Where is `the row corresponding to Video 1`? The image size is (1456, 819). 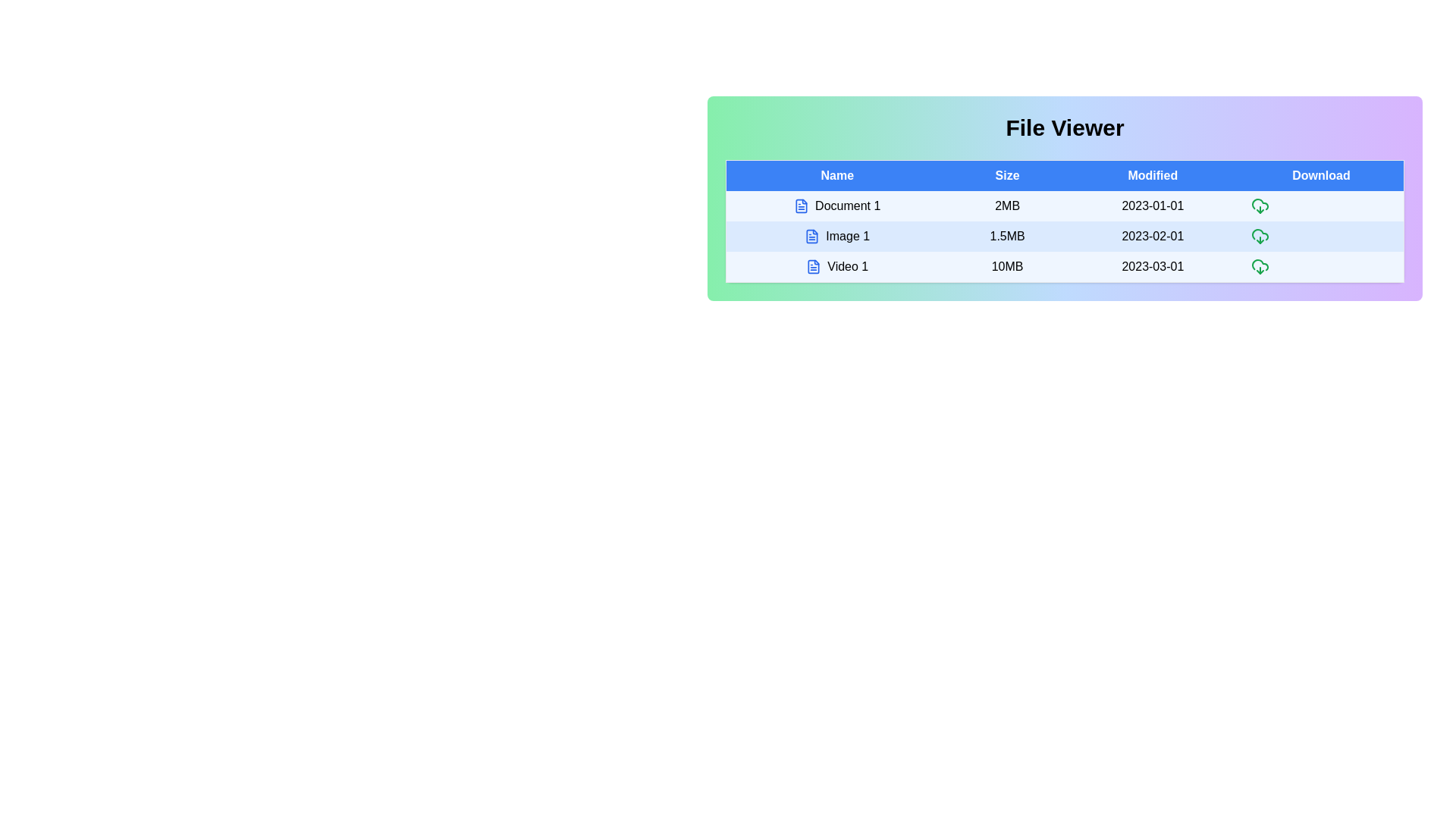 the row corresponding to Video 1 is located at coordinates (836, 265).